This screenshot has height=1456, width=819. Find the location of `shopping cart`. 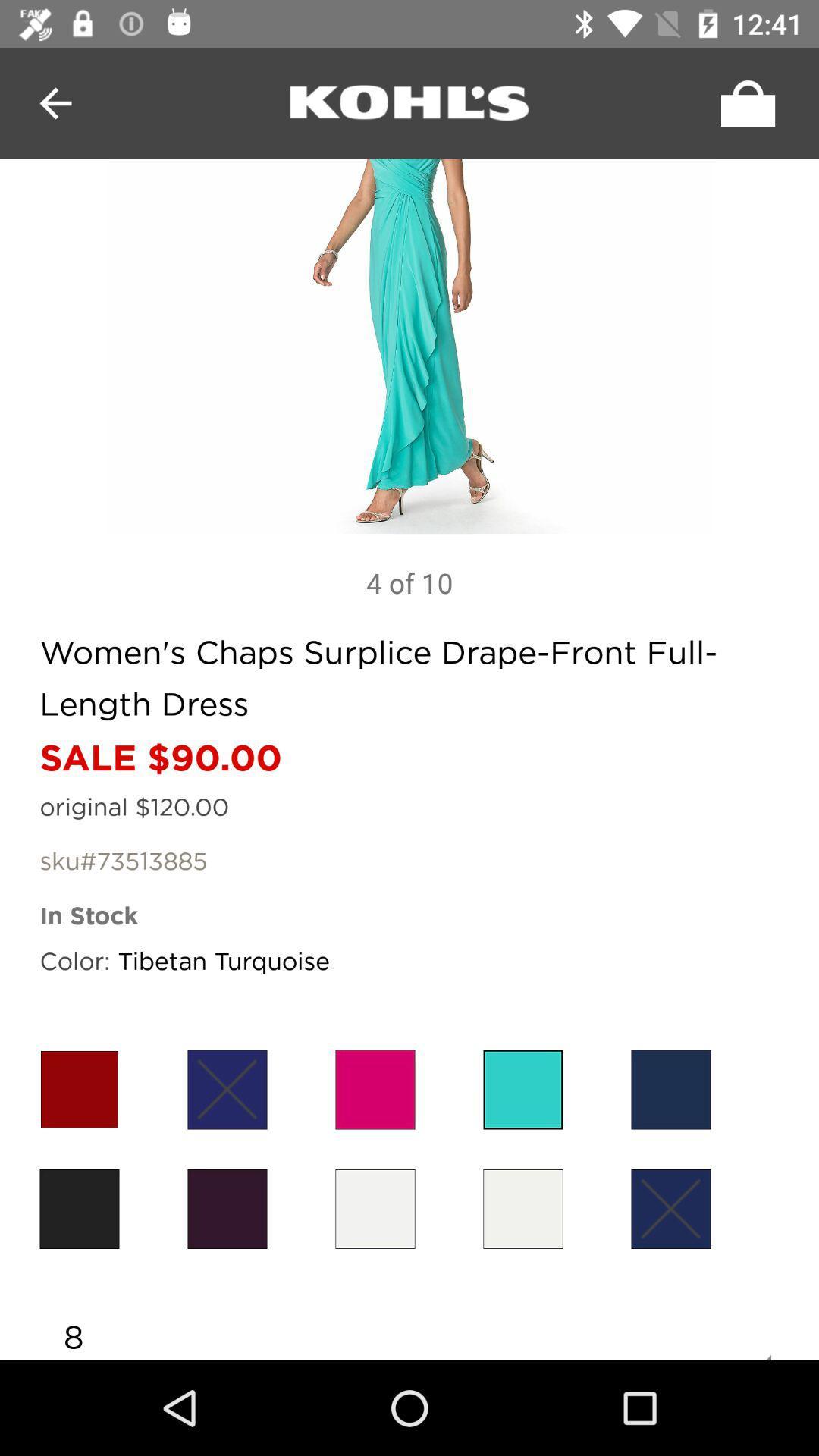

shopping cart is located at coordinates (743, 102).